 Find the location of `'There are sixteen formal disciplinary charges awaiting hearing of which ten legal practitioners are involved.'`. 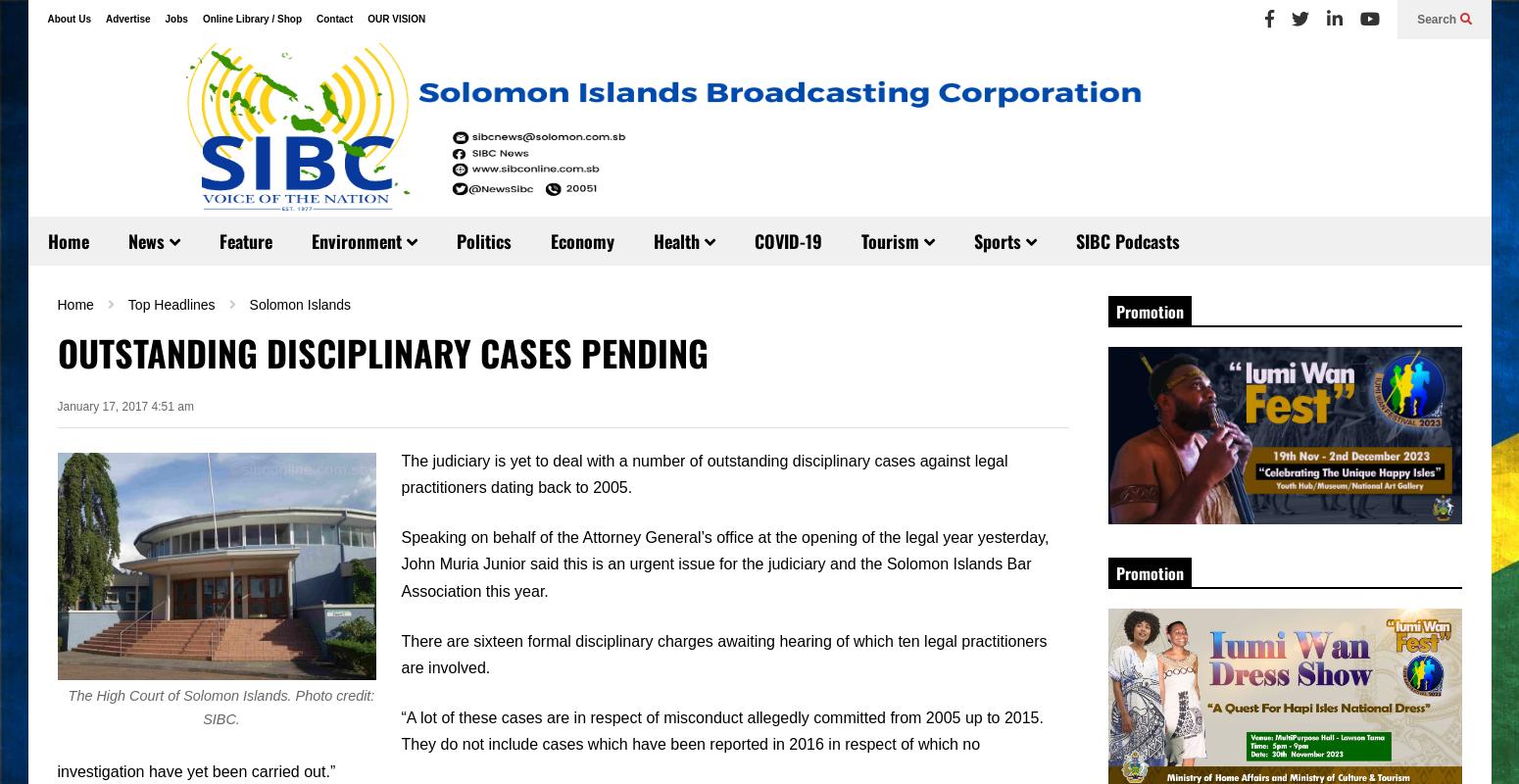

'There are sixteen formal disciplinary charges awaiting hearing of which ten legal practitioners are involved.' is located at coordinates (723, 652).